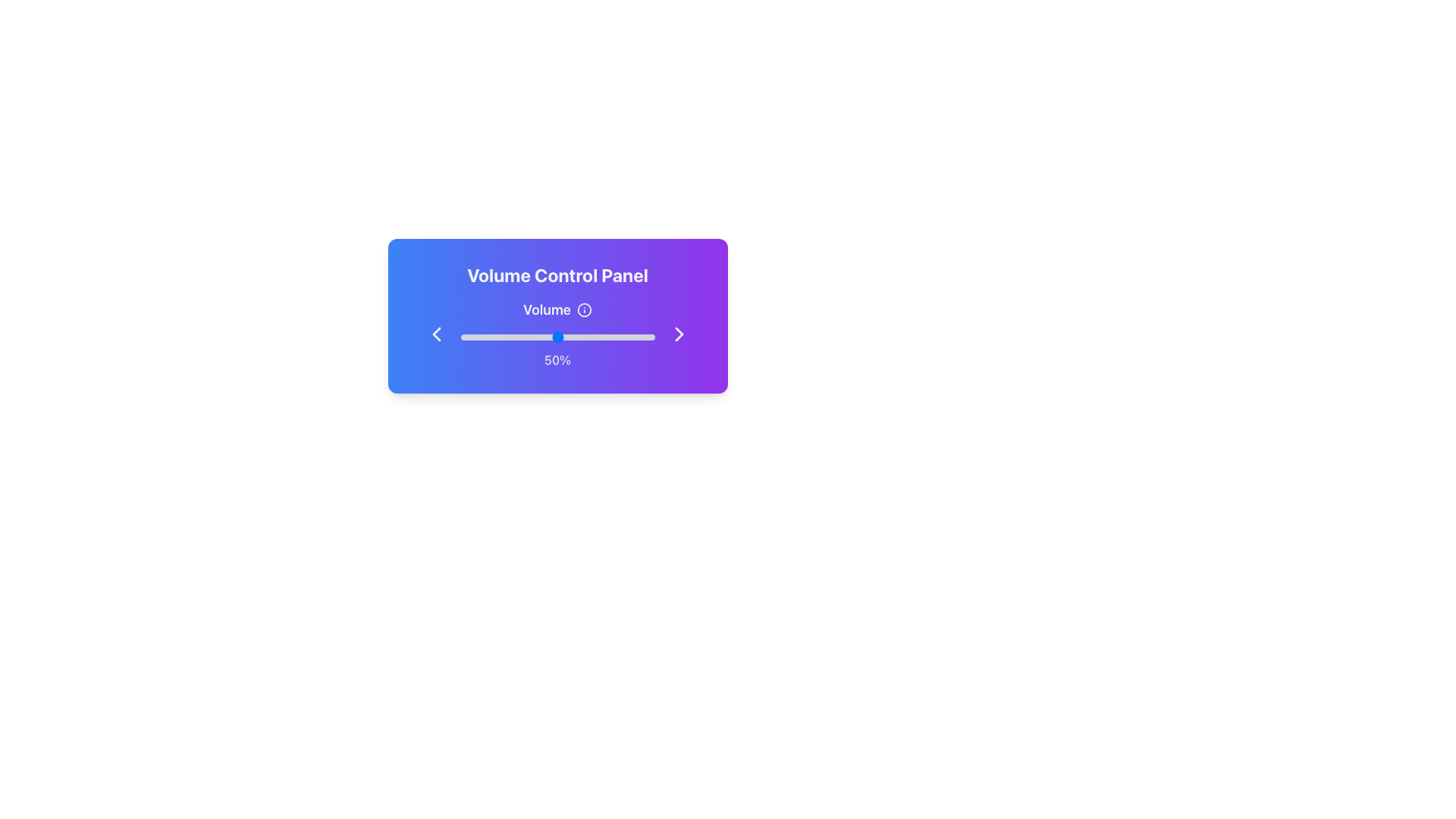 The image size is (1456, 819). What do you see at coordinates (557, 348) in the screenshot?
I see `the '50%' percentage text displayed in white on a gradient background, located at the bottom center of the volume control slider component` at bounding box center [557, 348].